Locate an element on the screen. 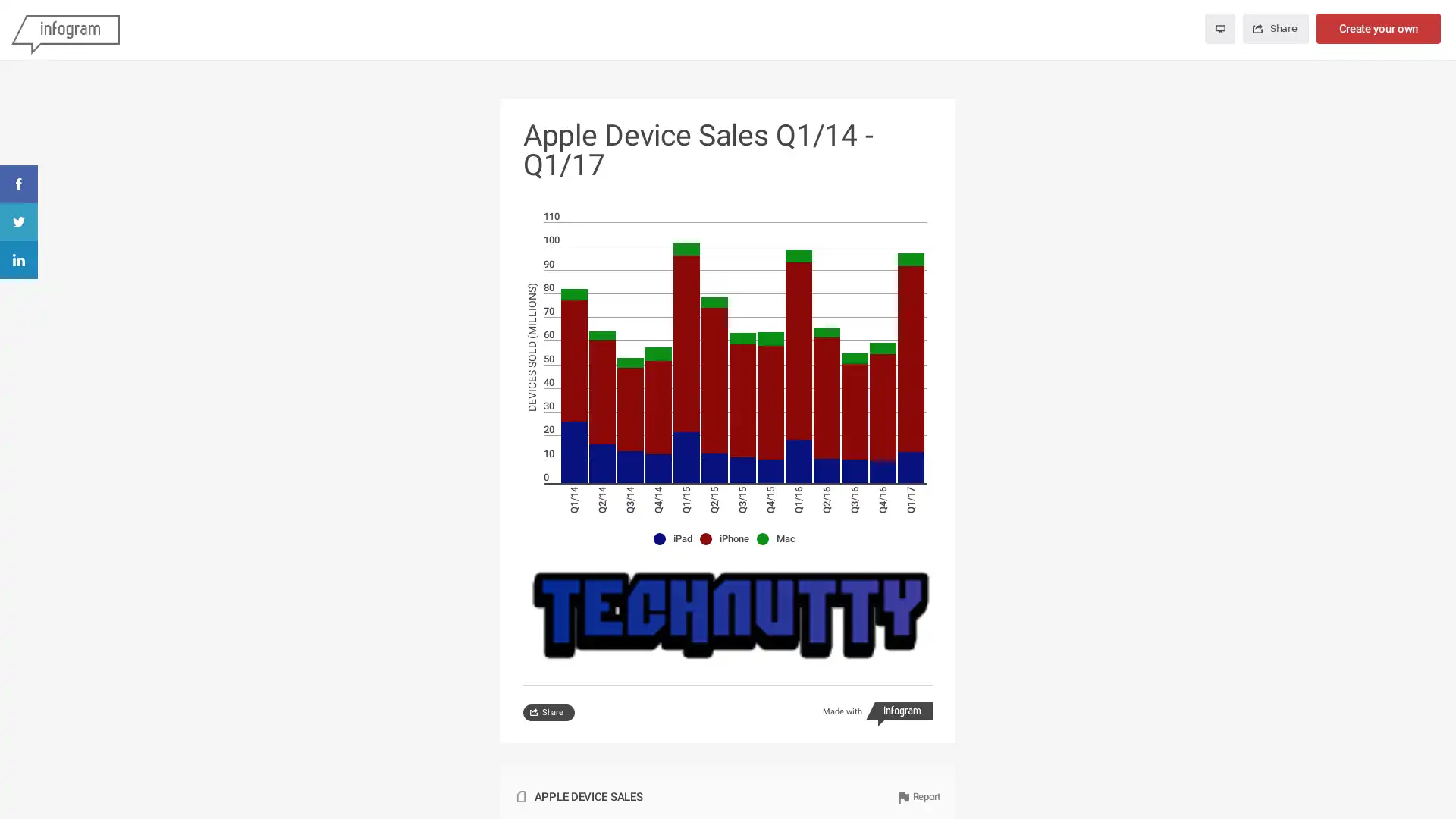  Share is located at coordinates (1274, 29).